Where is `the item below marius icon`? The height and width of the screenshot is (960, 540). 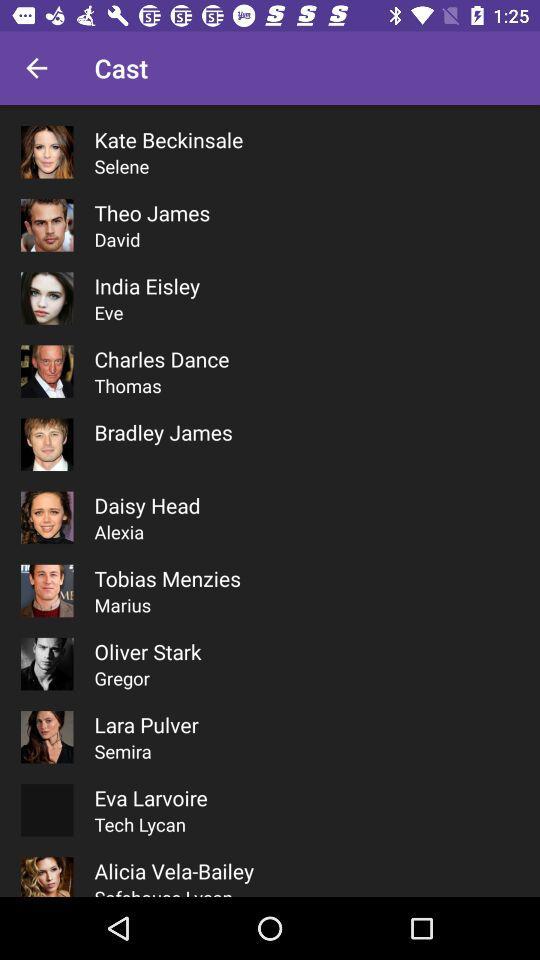 the item below marius icon is located at coordinates (146, 650).